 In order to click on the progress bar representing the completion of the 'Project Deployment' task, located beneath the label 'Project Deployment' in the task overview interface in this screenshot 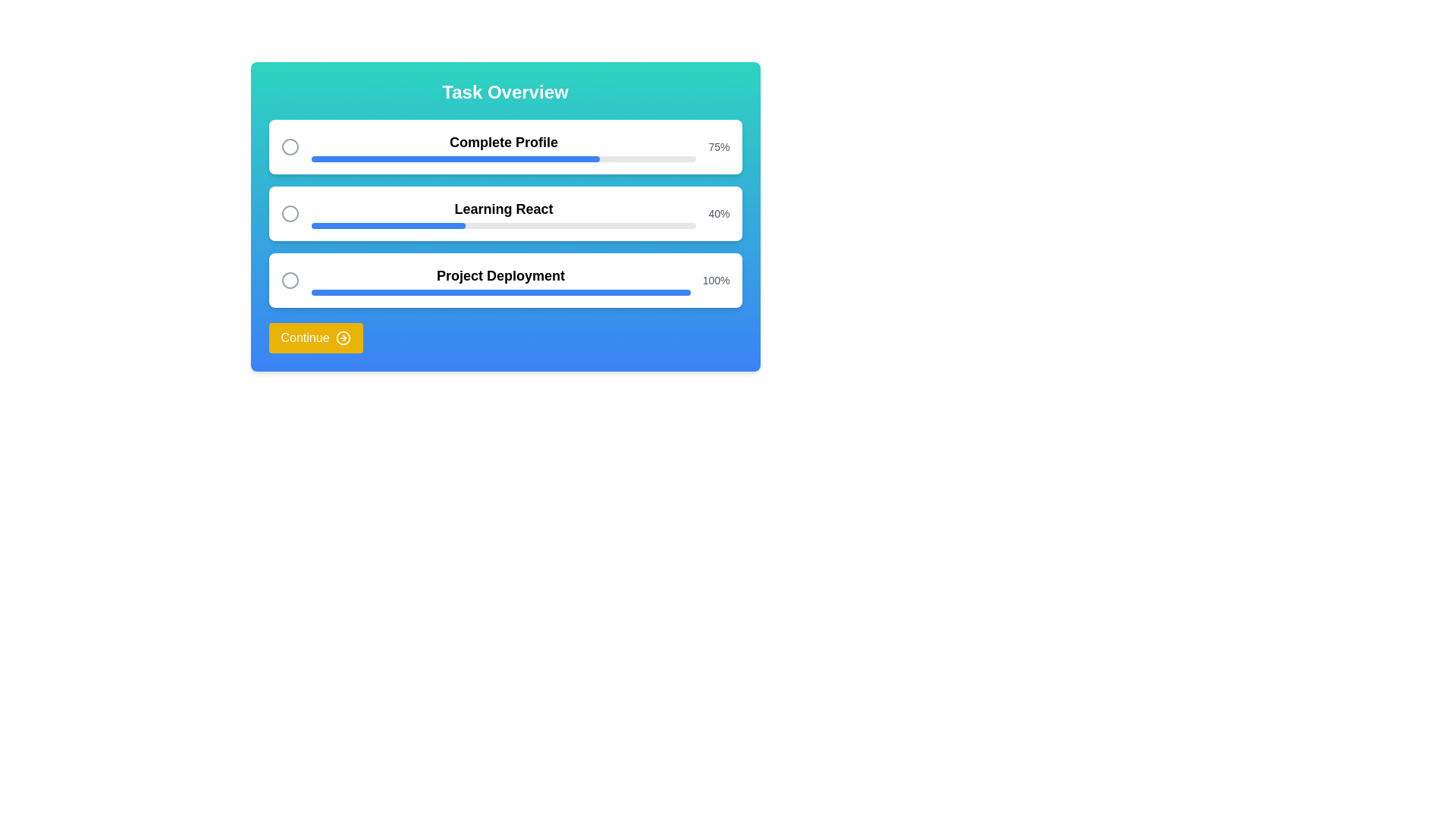, I will do `click(500, 292)`.